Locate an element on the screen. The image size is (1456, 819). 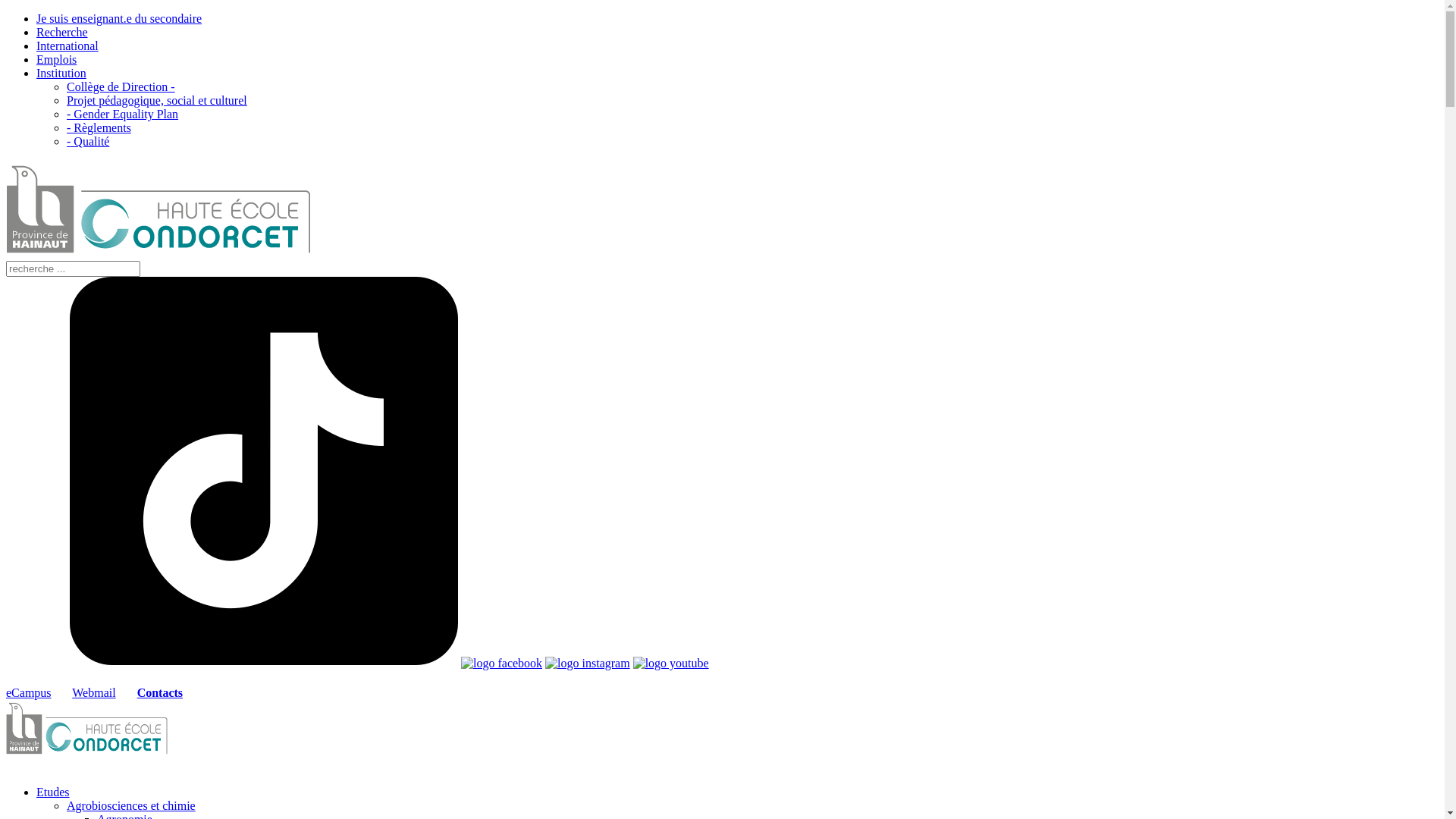
'Etudes' is located at coordinates (53, 791).